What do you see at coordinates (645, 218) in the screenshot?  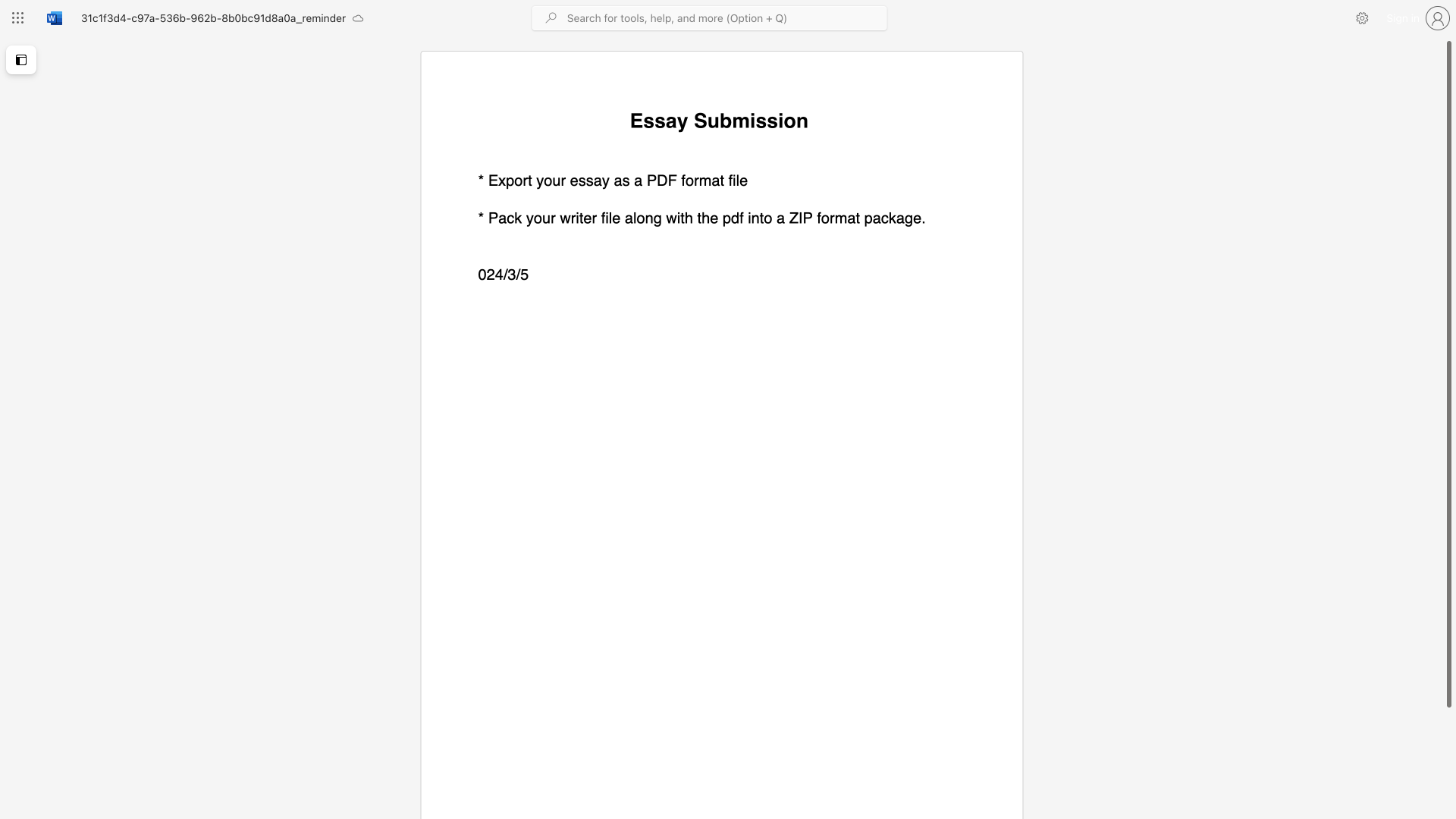 I see `the subset text "ng" within the text "Pack your writer file along with the pdf into a ZIP format package."` at bounding box center [645, 218].